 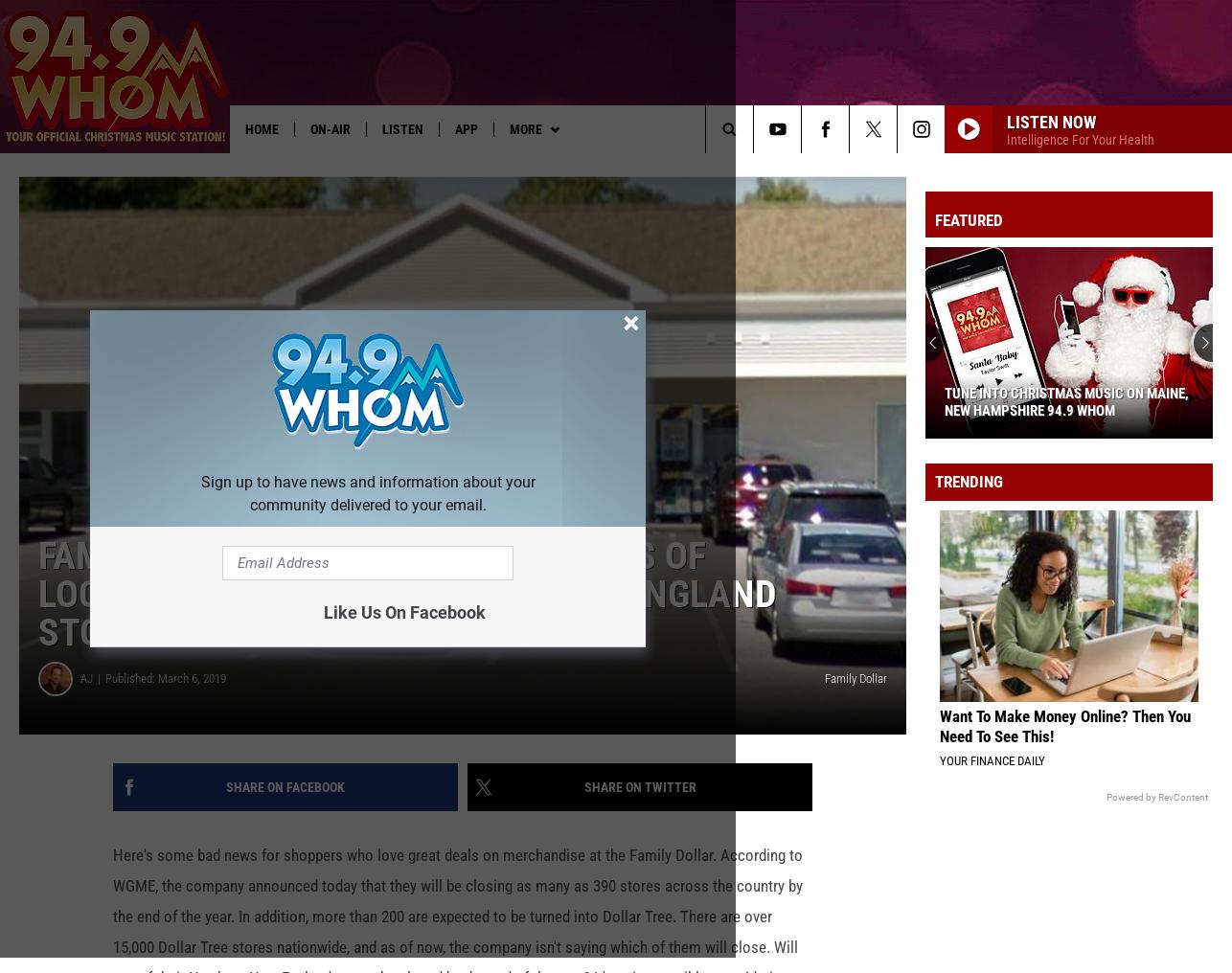 I want to click on 'Tune into Christmas Music on Maine, New Hampshire 94.9 WHOM', so click(x=943, y=433).